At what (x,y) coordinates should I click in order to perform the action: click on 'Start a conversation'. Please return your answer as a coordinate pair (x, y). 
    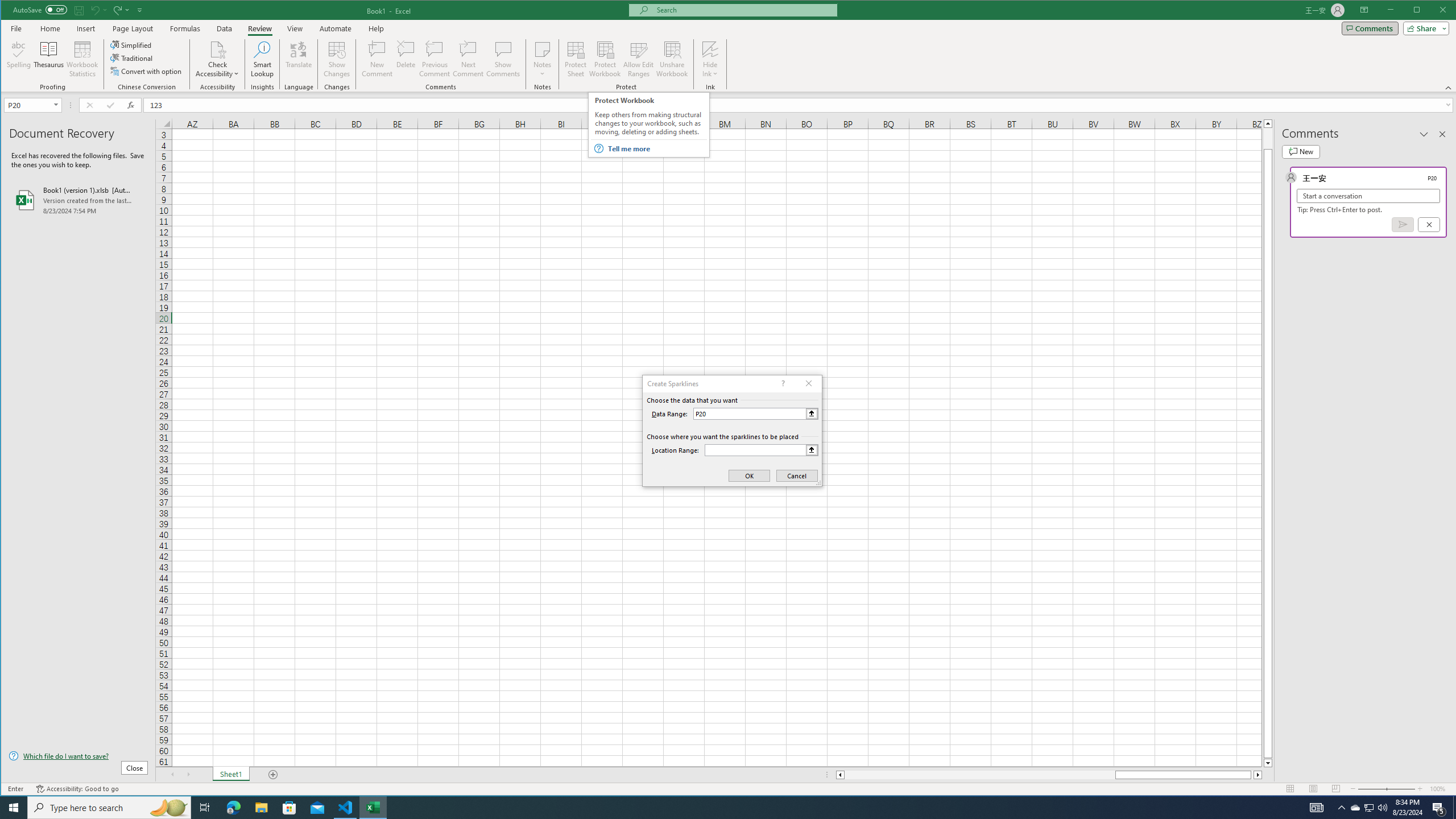
    Looking at the image, I should click on (1368, 196).